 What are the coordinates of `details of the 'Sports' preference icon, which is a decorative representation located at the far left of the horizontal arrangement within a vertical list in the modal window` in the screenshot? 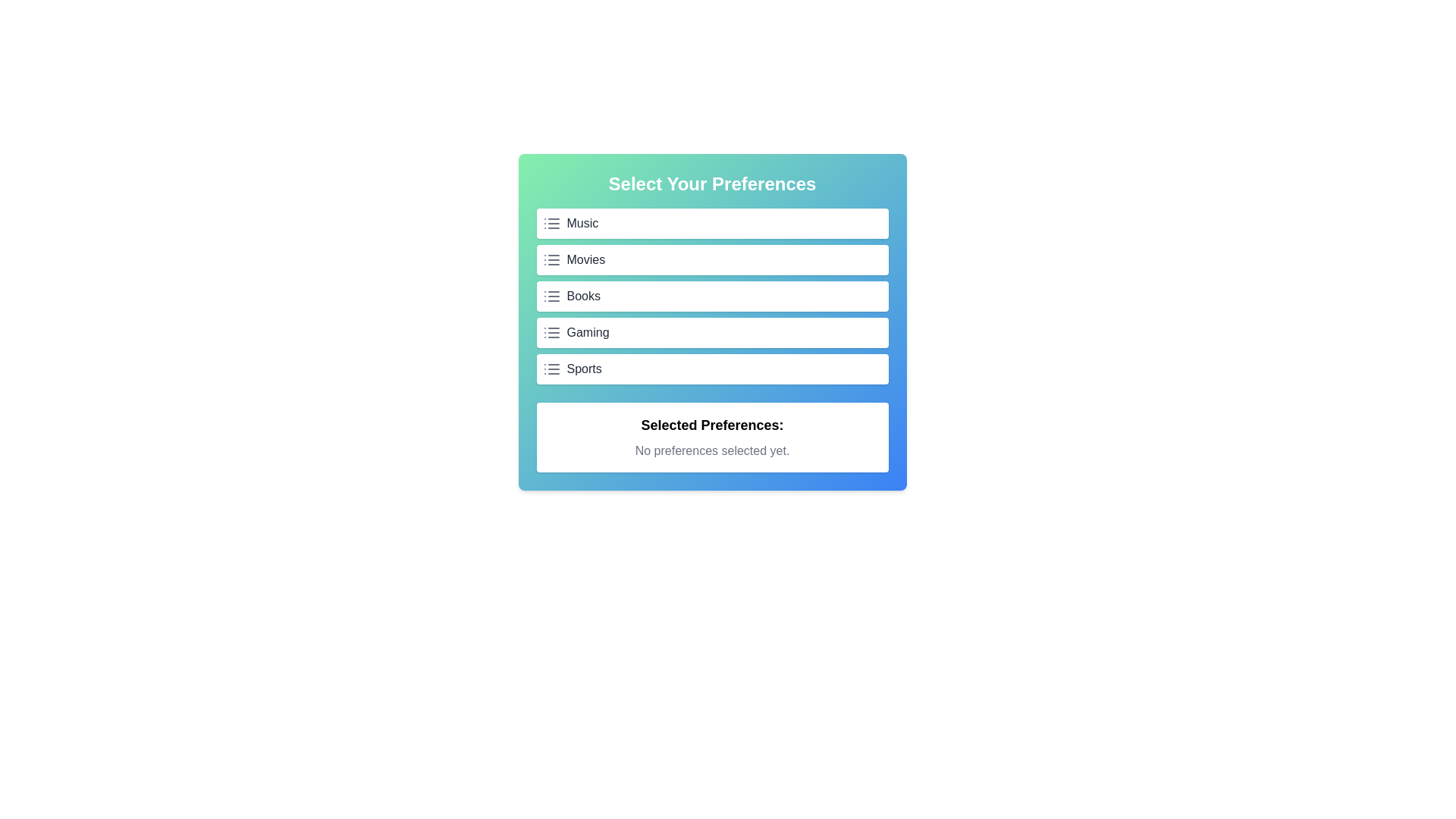 It's located at (551, 369).